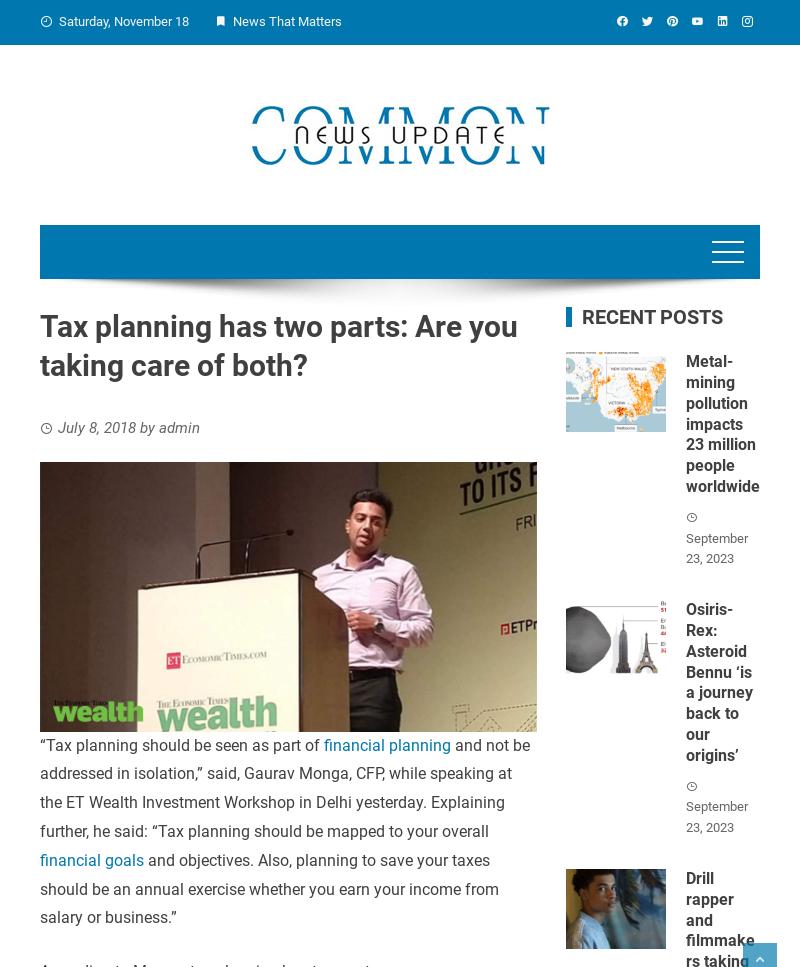 Image resolution: width=800 pixels, height=967 pixels. Describe the element at coordinates (96, 426) in the screenshot. I see `'July 8, 2018'` at that location.